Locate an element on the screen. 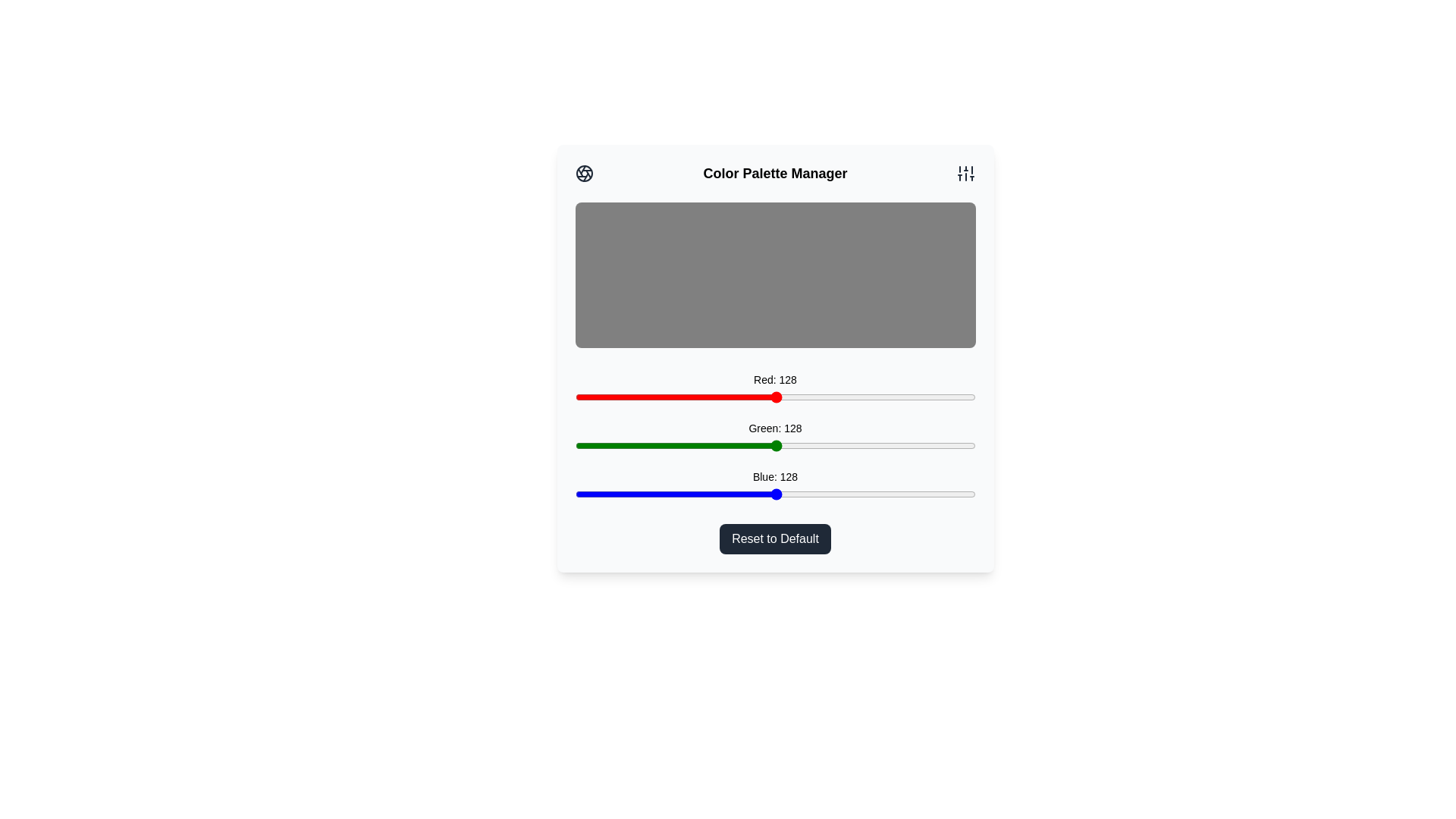  the aperture icon in the header is located at coordinates (583, 172).